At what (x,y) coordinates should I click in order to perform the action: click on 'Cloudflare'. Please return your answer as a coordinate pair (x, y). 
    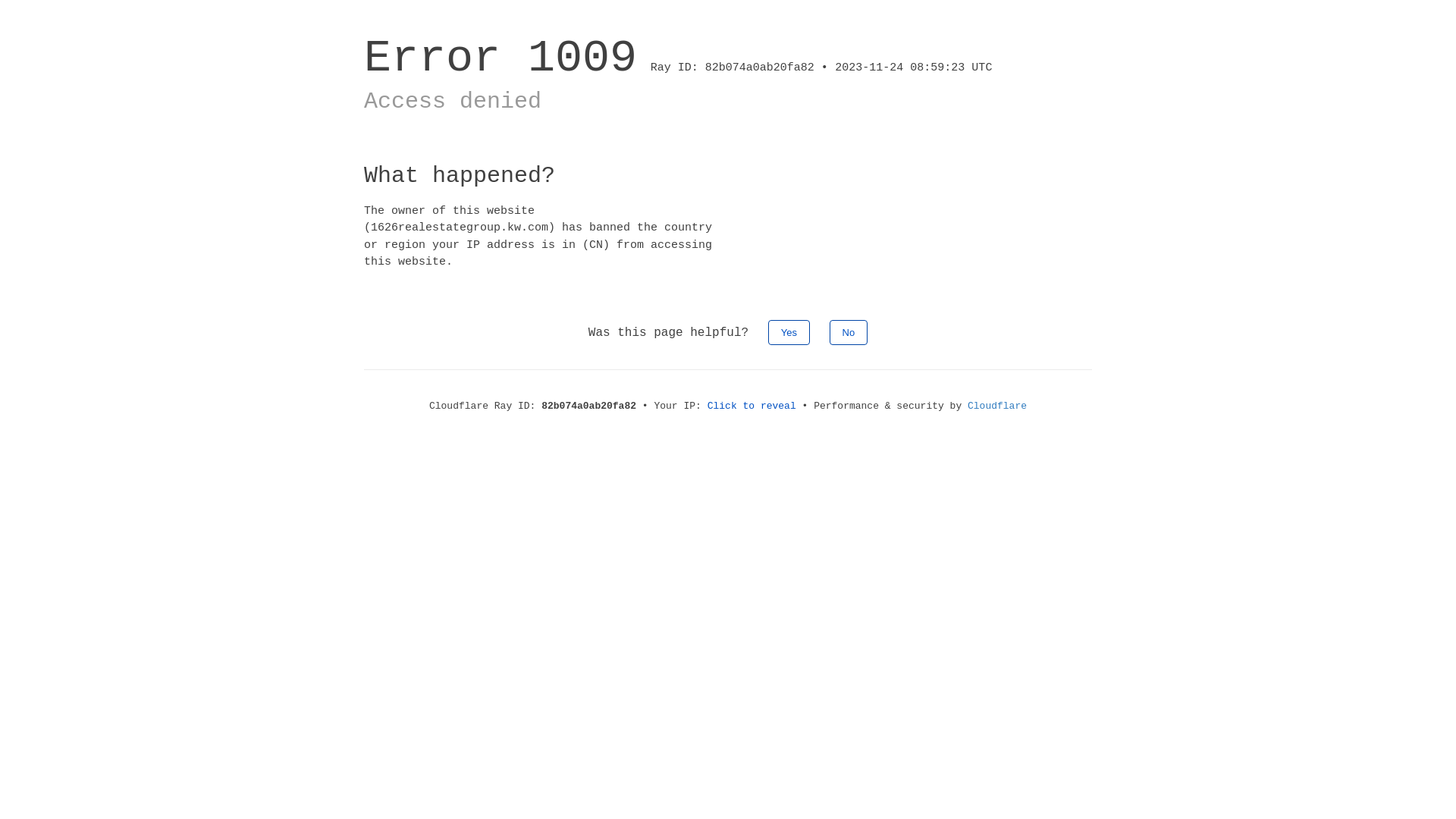
    Looking at the image, I should click on (997, 405).